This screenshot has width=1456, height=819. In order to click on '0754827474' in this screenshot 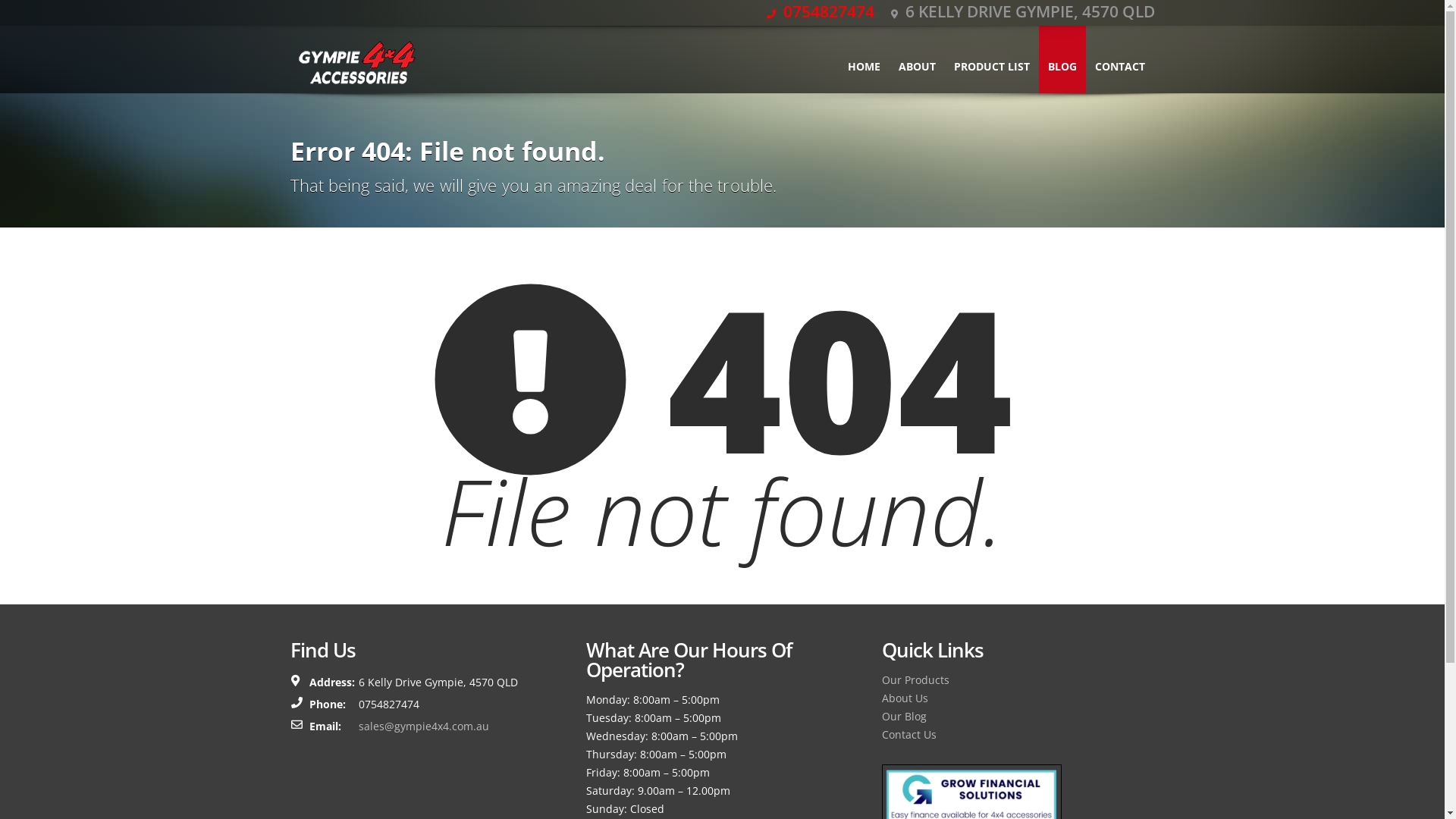, I will do `click(765, 11)`.